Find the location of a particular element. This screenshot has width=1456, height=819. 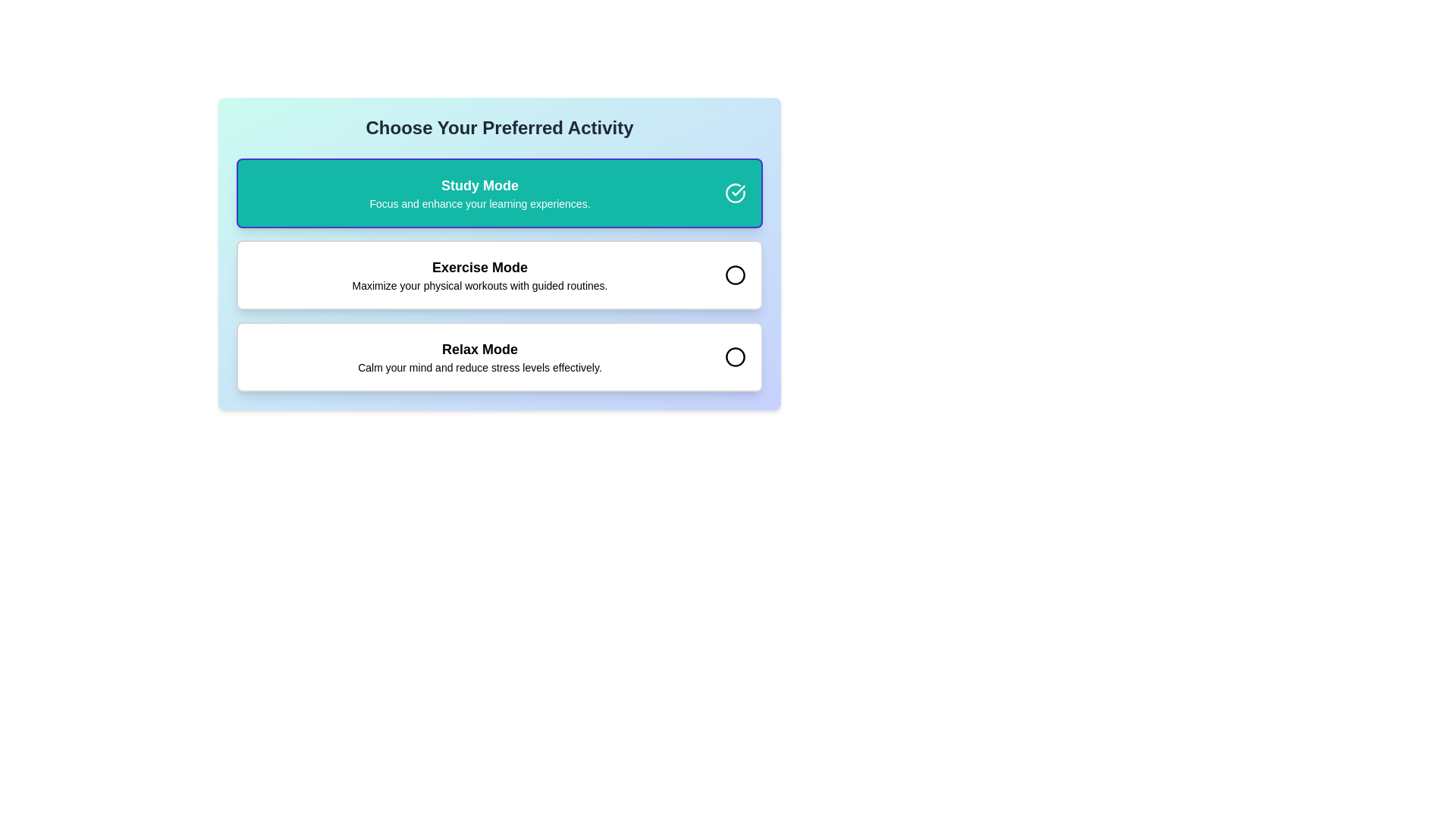

the bold 'Study Mode' text label, which is the first element in a list of selectable options, located near the top of a teal rounded rectangular area is located at coordinates (479, 185).